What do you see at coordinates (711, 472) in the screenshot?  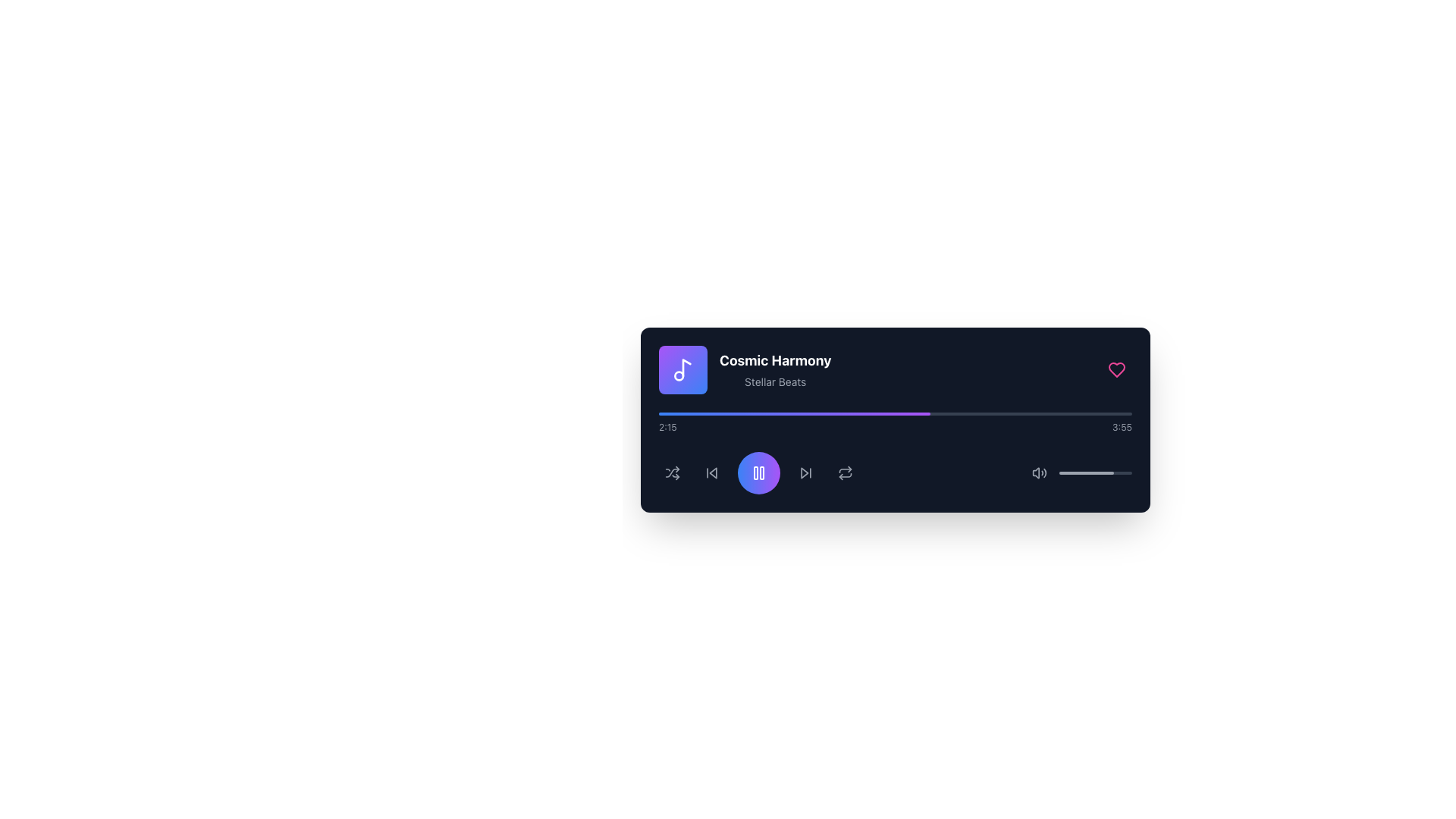 I see `the second control button from the left in the music player's control panel to return to the previous track in the playlist` at bounding box center [711, 472].